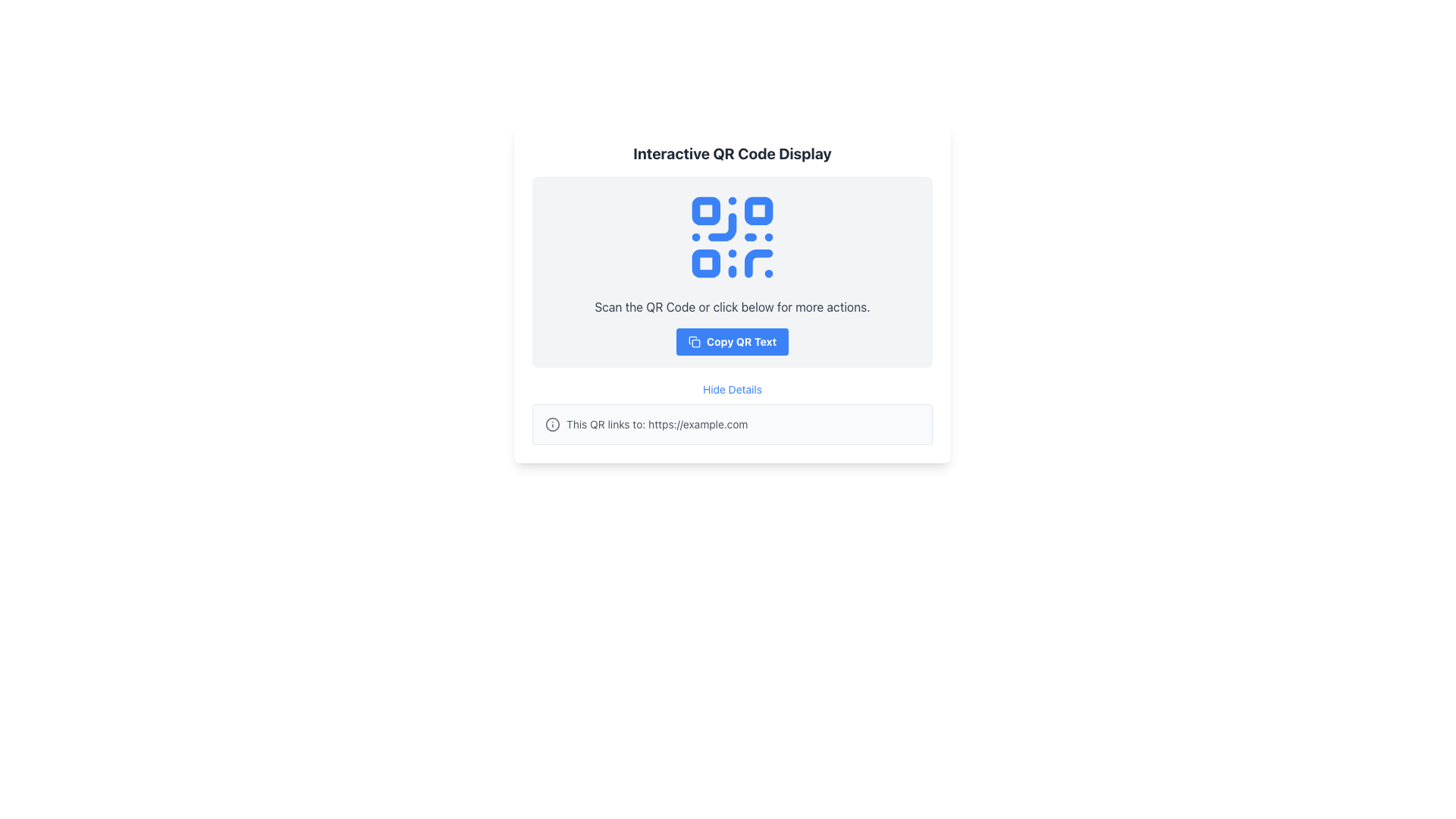 The image size is (1456, 819). I want to click on the button that copies the textual data of the QR code to the user's clipboard, located directly below the text 'Scan the QR Code or click below for more actions.', so click(732, 342).